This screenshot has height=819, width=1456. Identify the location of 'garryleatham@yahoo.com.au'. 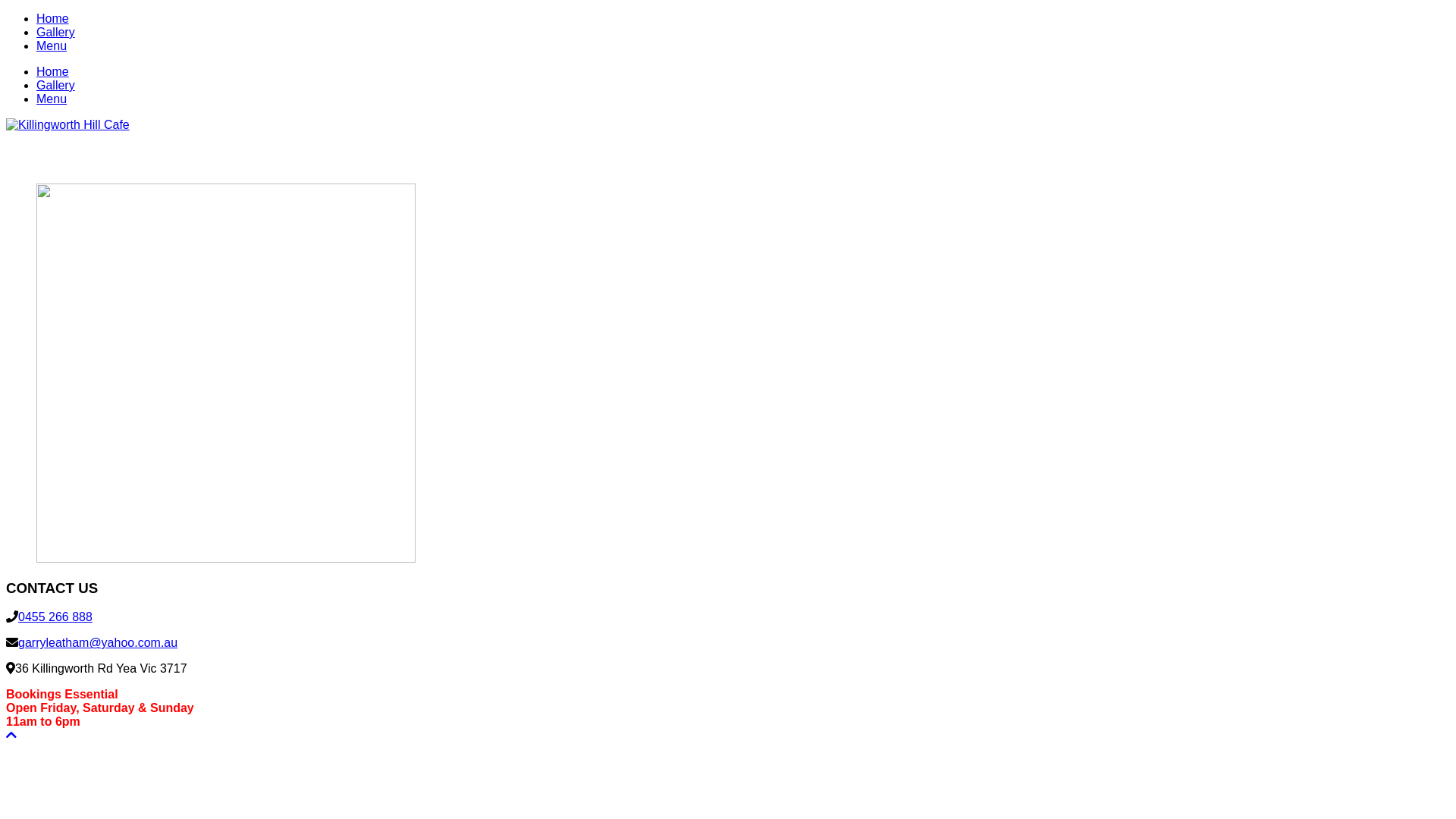
(97, 642).